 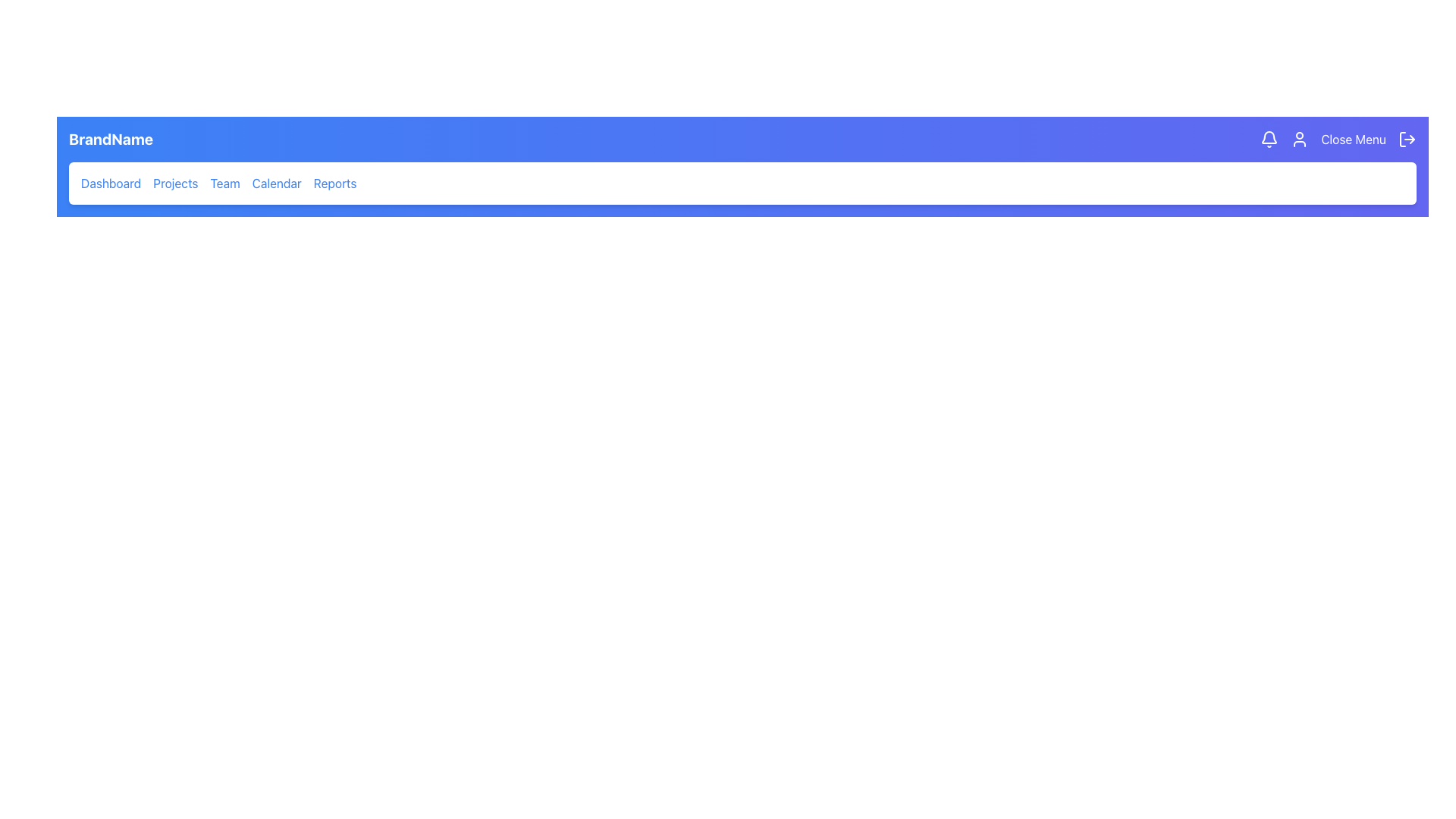 I want to click on the third navigation link in the menu, so click(x=224, y=183).